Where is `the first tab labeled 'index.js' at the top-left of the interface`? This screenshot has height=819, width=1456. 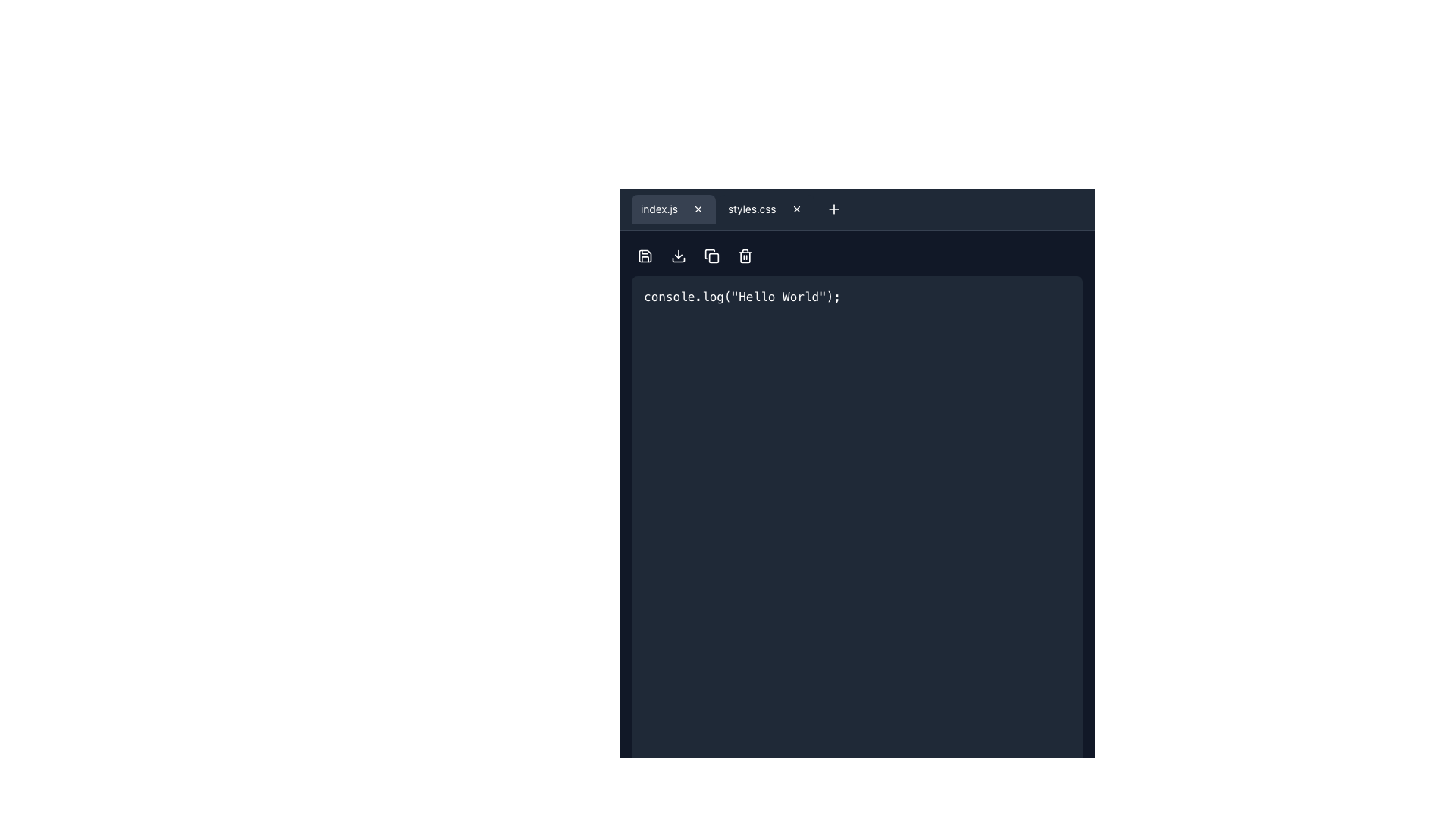 the first tab labeled 'index.js' at the top-left of the interface is located at coordinates (673, 209).